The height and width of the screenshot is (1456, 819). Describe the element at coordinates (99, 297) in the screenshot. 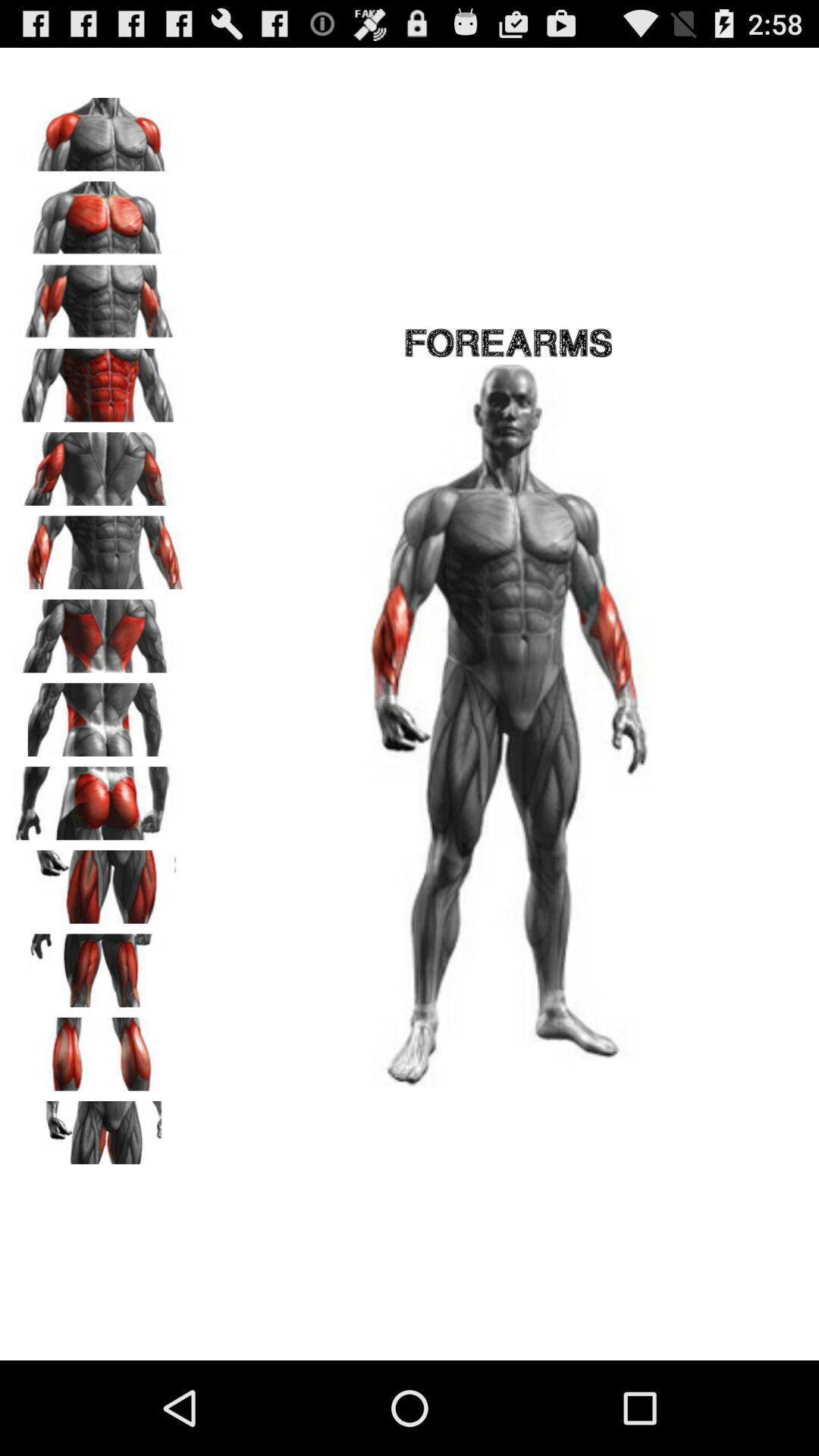

I see `zoom in on area` at that location.